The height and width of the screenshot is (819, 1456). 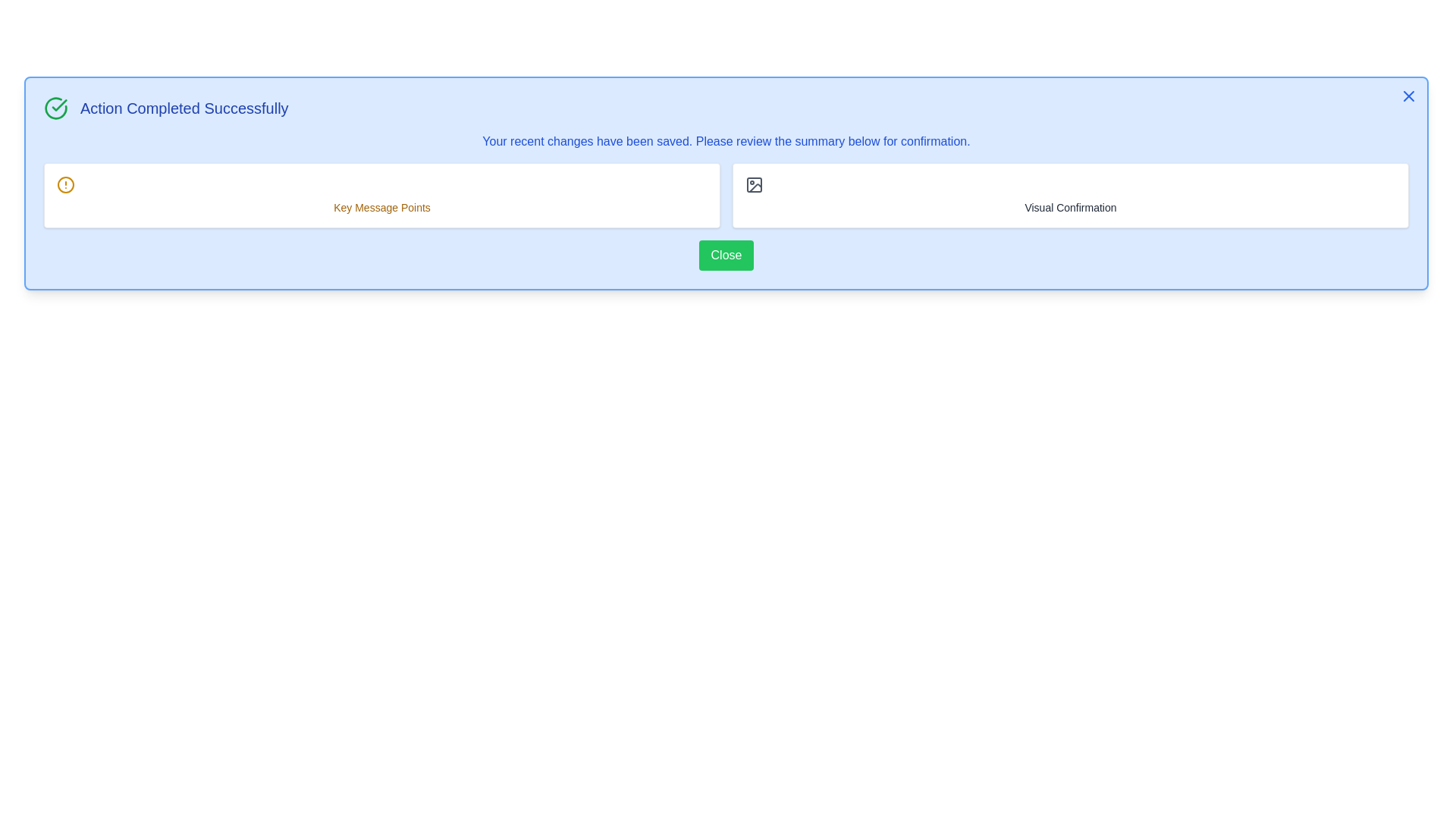 What do you see at coordinates (726, 254) in the screenshot?
I see `the 'Close' button to dismiss the alert` at bounding box center [726, 254].